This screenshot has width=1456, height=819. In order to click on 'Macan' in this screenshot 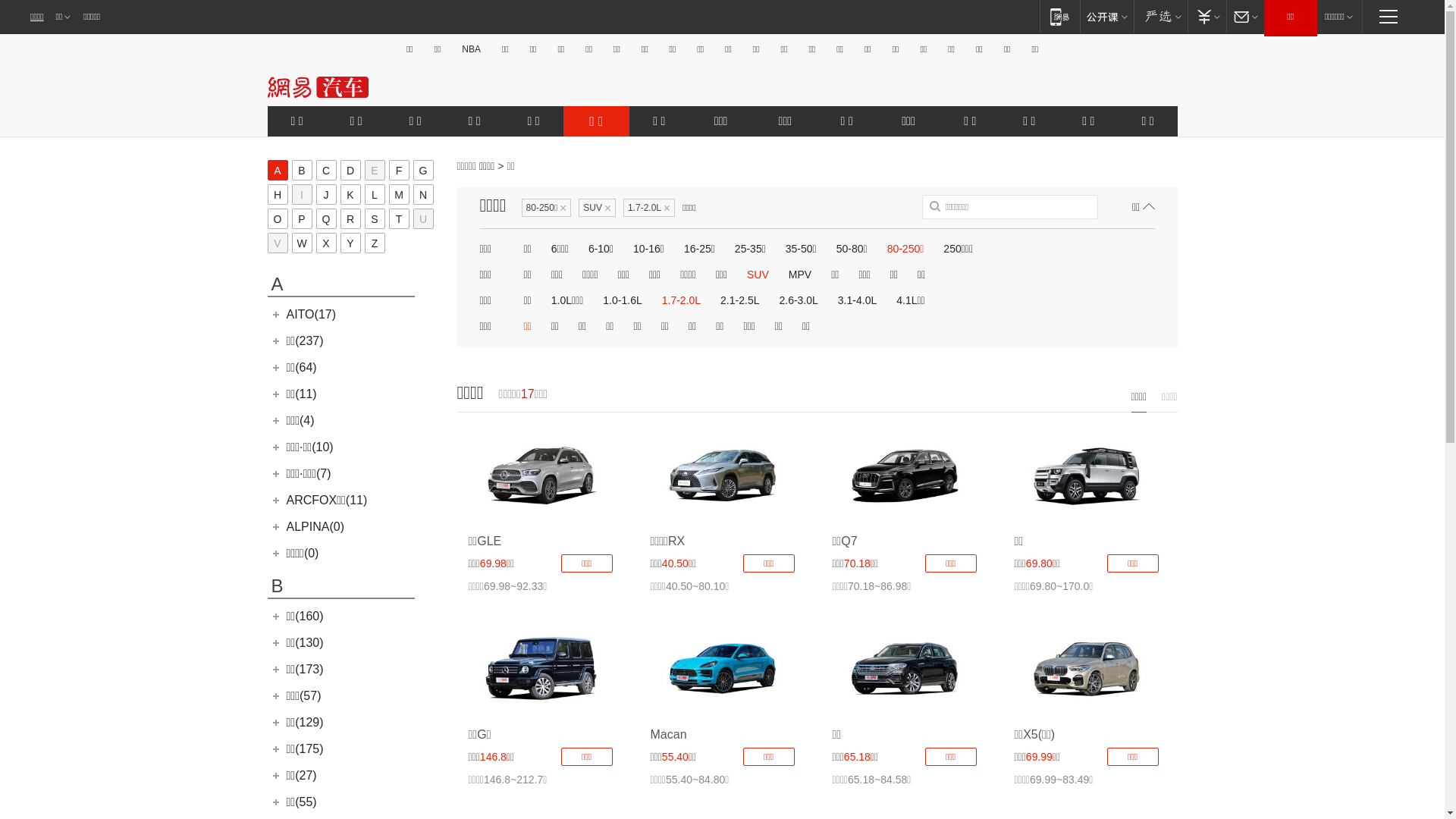, I will do `click(722, 667)`.